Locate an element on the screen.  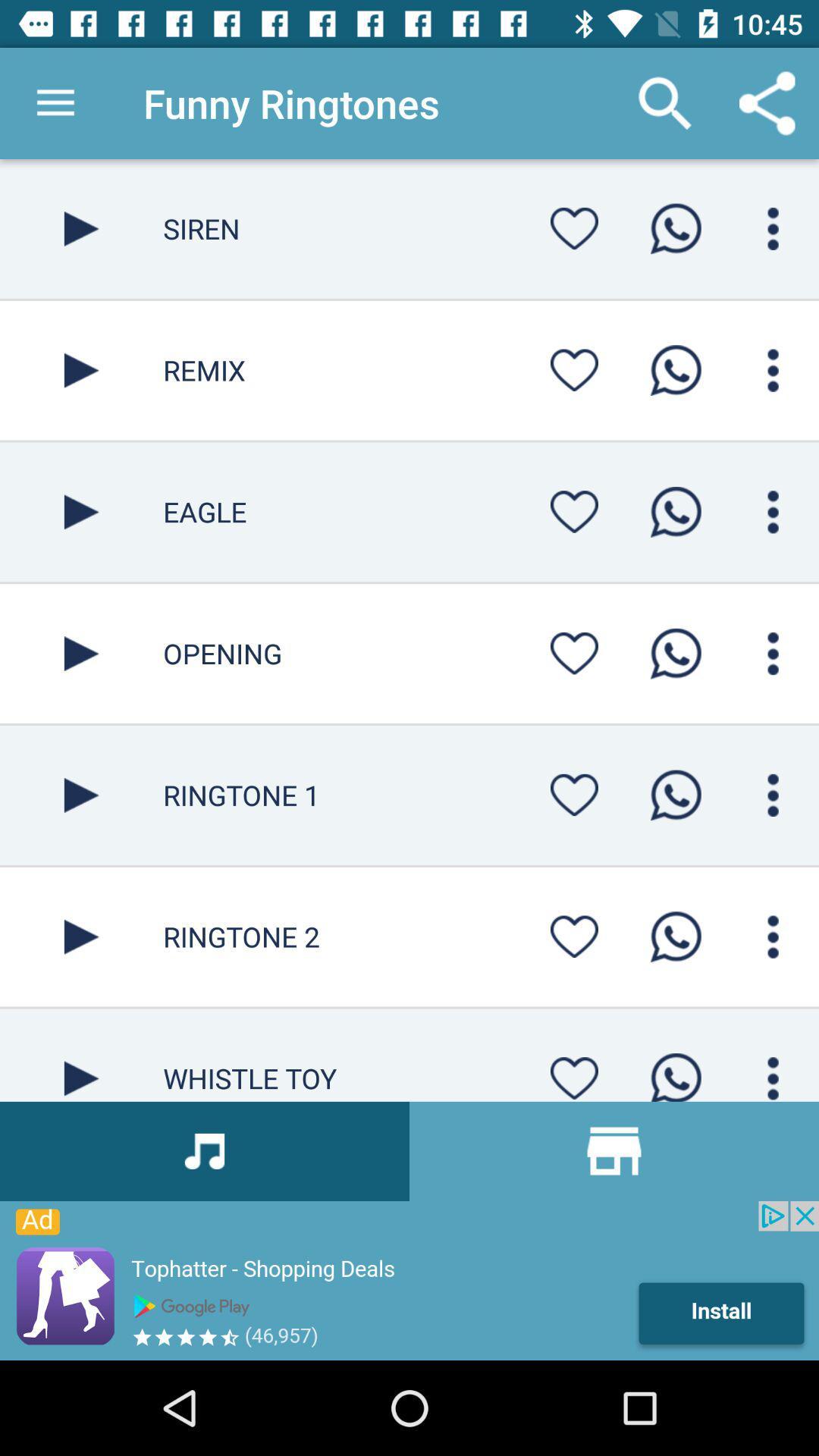
the song is located at coordinates (81, 227).